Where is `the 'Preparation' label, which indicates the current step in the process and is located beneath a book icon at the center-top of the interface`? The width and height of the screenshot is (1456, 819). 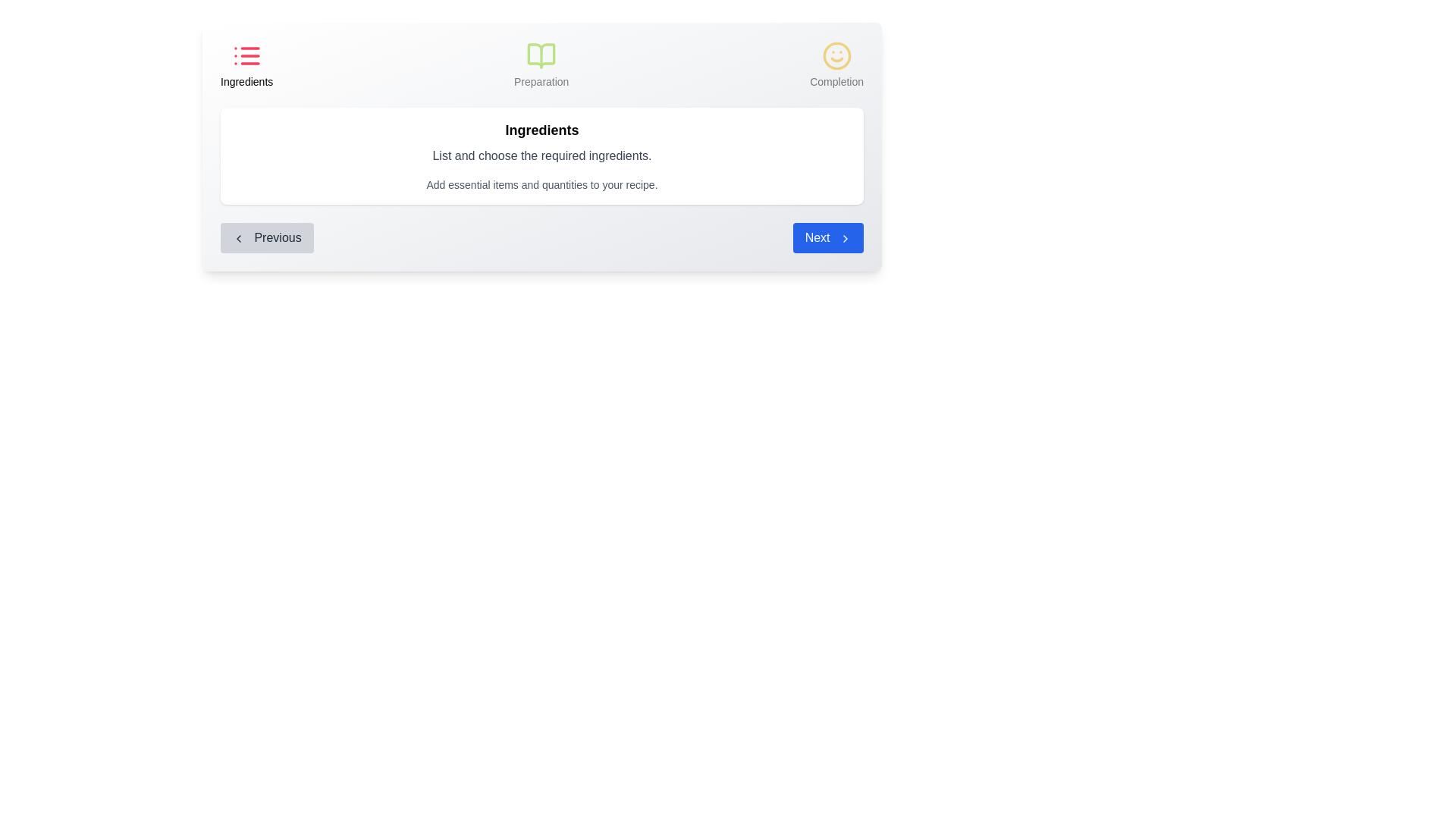 the 'Preparation' label, which indicates the current step in the process and is located beneath a book icon at the center-top of the interface is located at coordinates (541, 82).